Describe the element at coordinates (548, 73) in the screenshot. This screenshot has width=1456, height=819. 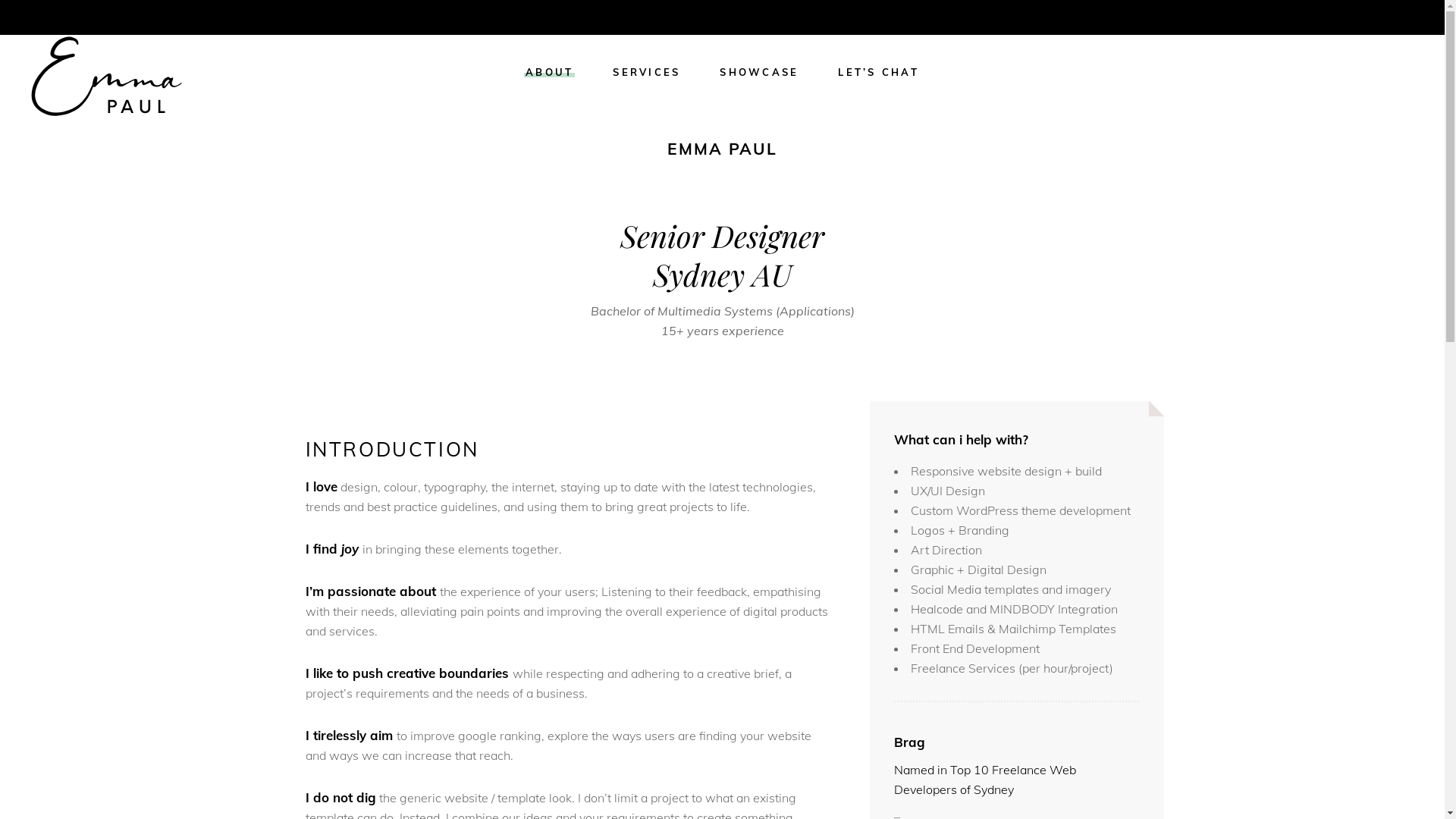
I see `'ABOUT'` at that location.